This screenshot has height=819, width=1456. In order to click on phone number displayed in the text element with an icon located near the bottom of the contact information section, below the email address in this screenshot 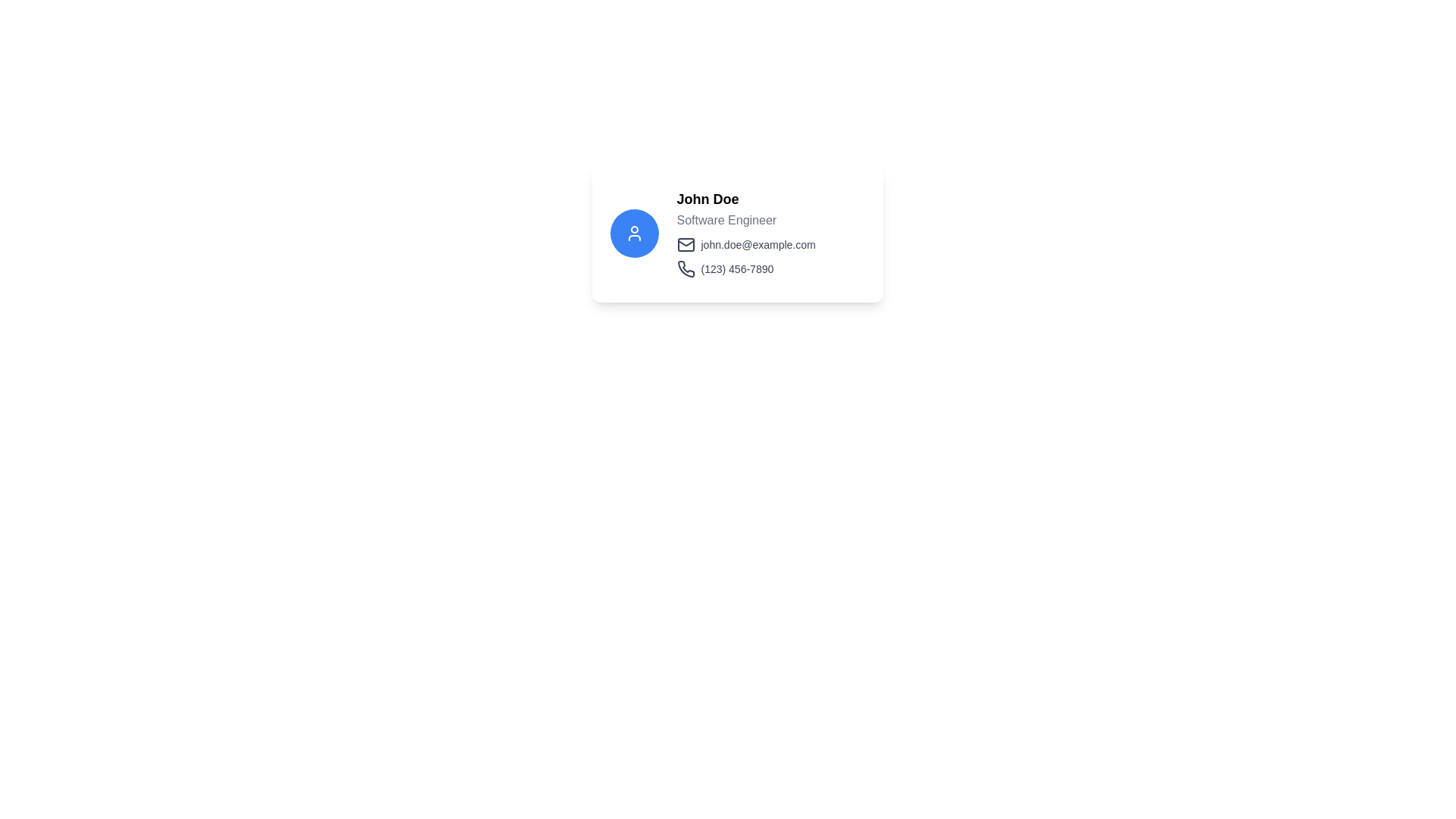, I will do `click(745, 268)`.